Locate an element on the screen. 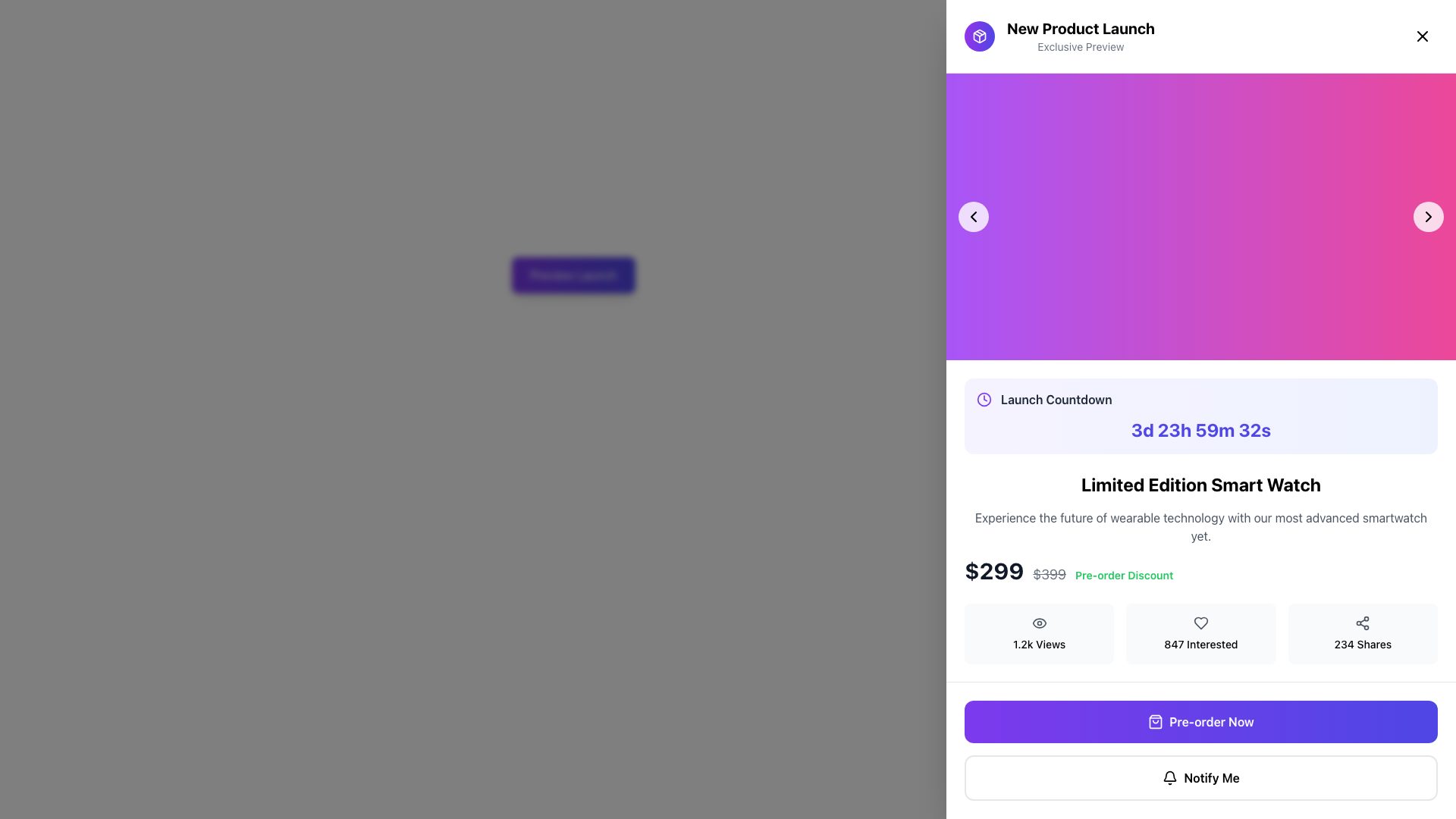 The width and height of the screenshot is (1456, 819). countdown timer displaying the time left ('3d 23h 59m 56s') in bold purple font, located within the 'Launch Countdown' section is located at coordinates (1200, 430).